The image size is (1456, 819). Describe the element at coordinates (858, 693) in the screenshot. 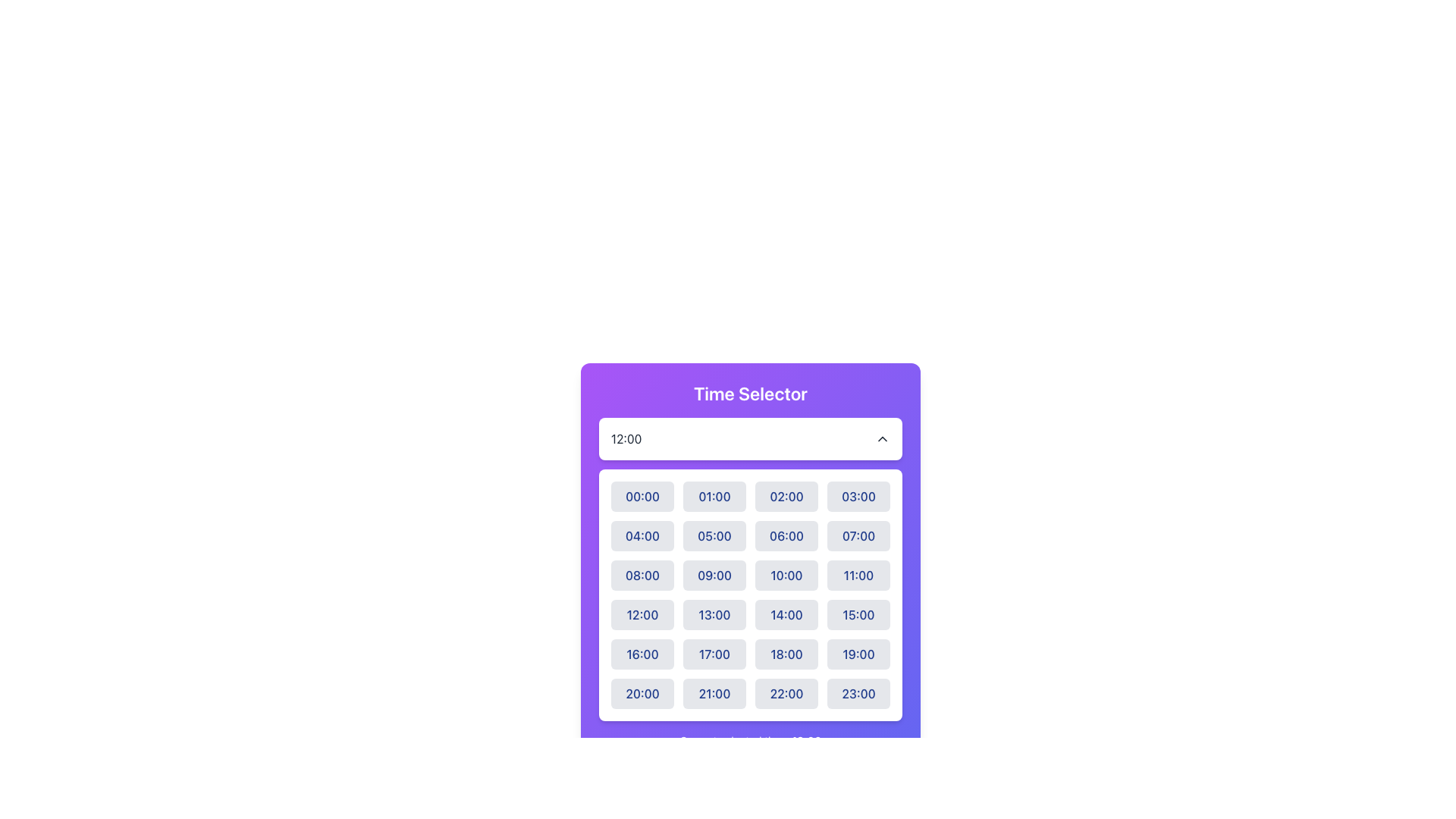

I see `the button labeled '23:00' with a light gray background and blue text, located in the last row and fourth column of a 4x6 grid layout` at that location.